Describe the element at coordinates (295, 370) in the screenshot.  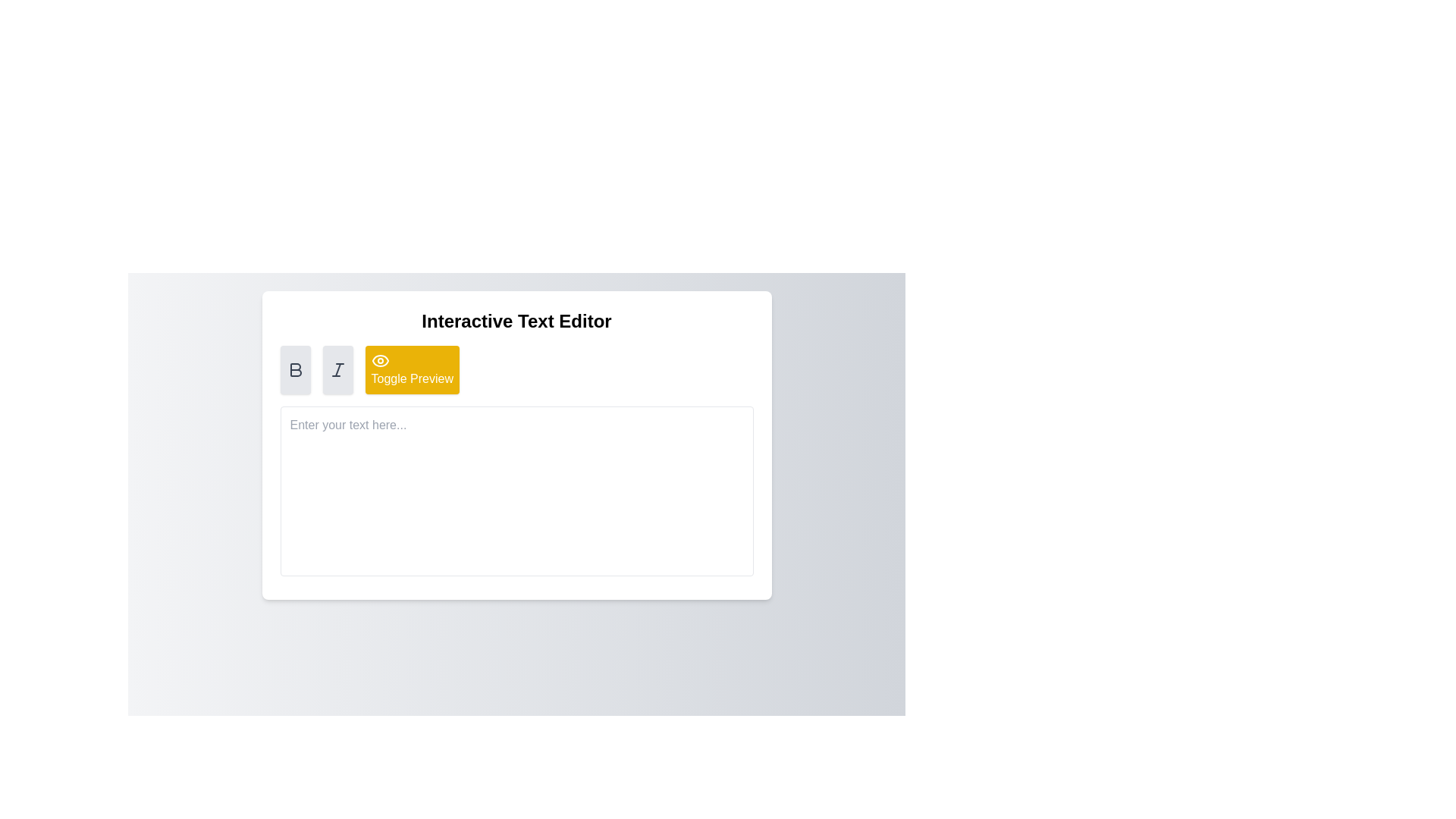
I see `the bold icon represented by a capitalized 'B'` at that location.